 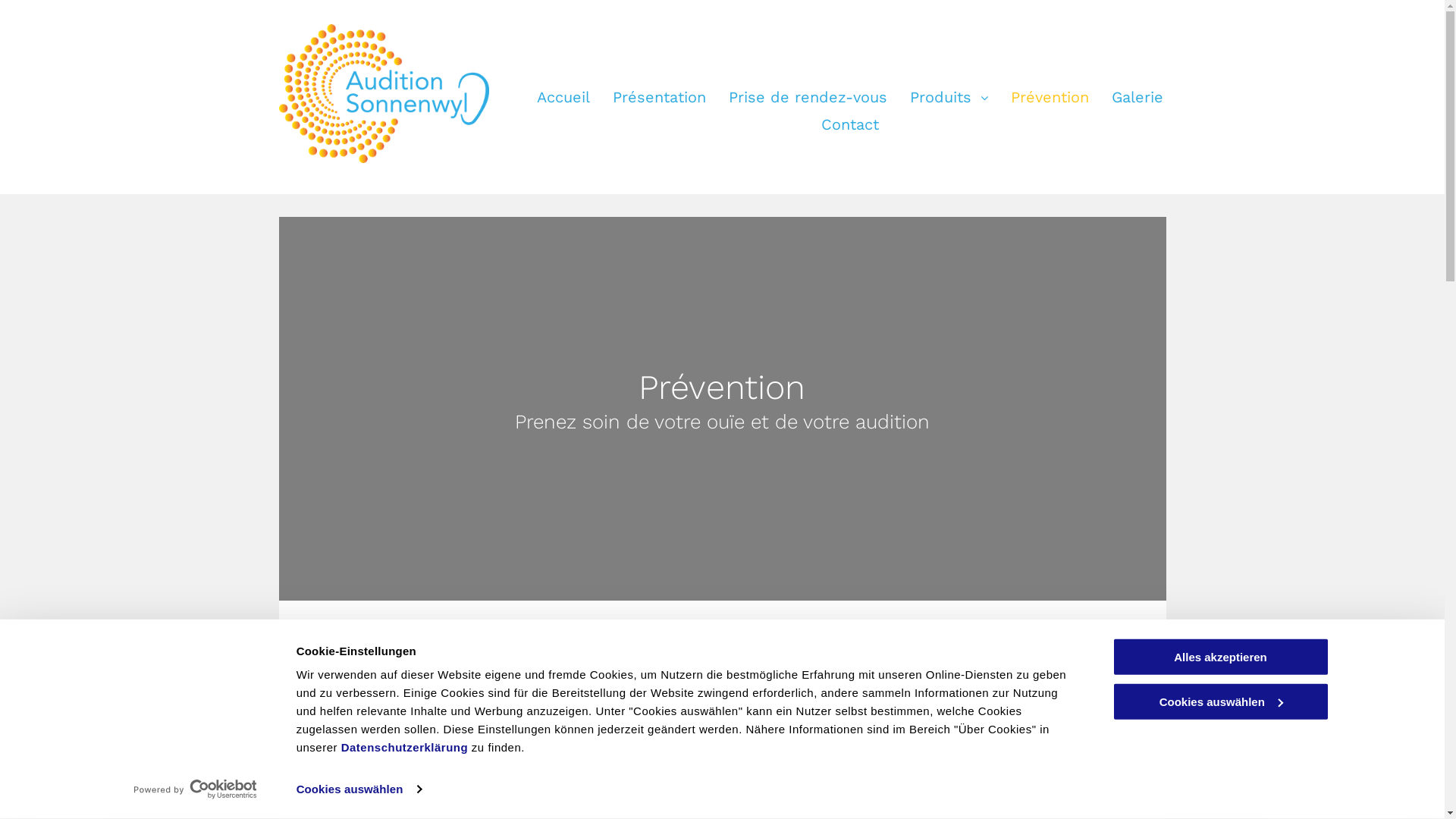 I want to click on 'Alles akzeptieren', so click(x=1219, y=656).